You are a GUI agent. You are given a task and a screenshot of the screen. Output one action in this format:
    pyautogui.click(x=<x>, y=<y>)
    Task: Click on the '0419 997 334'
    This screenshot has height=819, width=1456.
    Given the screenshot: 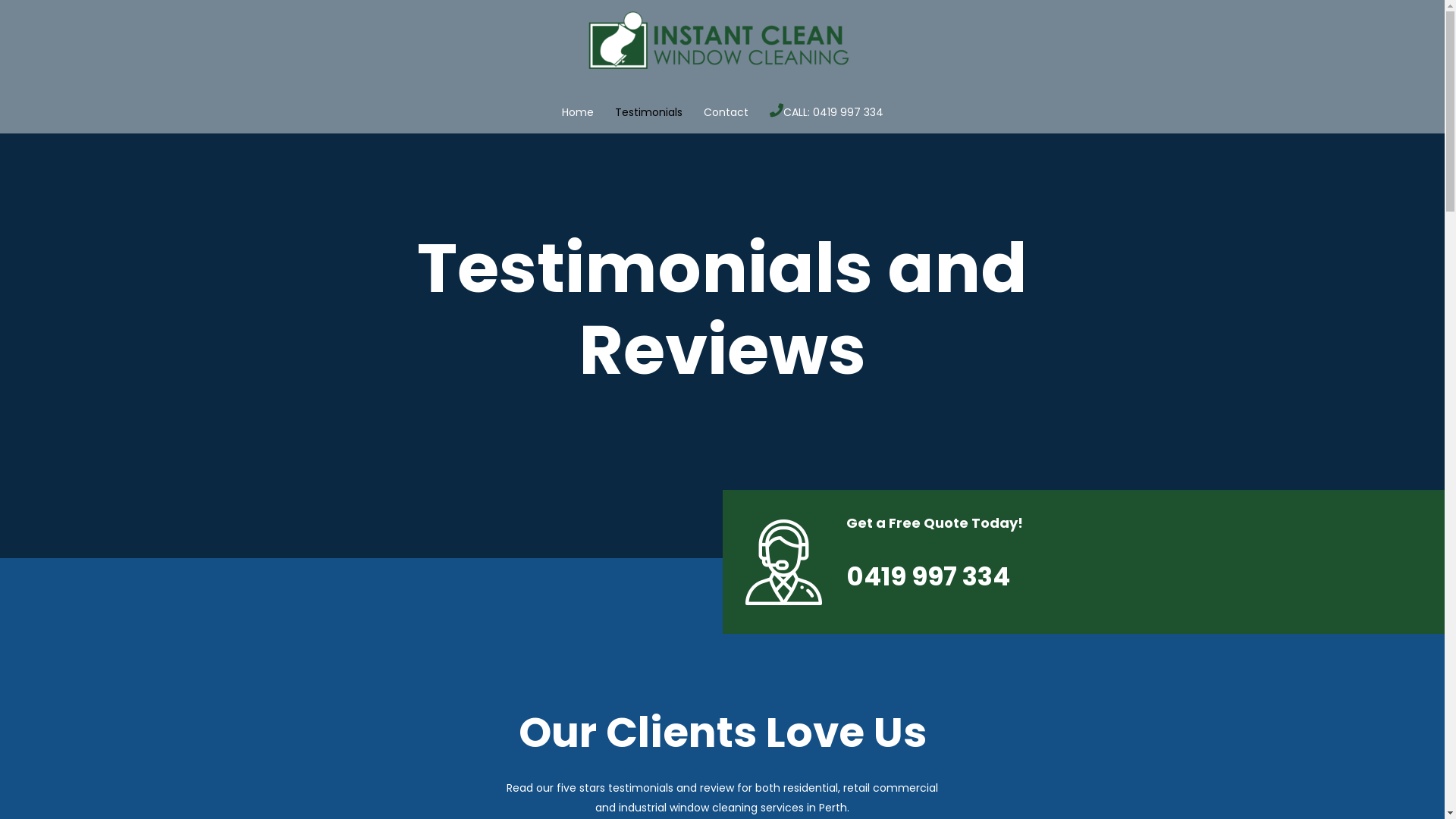 What is the action you would take?
    pyautogui.click(x=927, y=576)
    